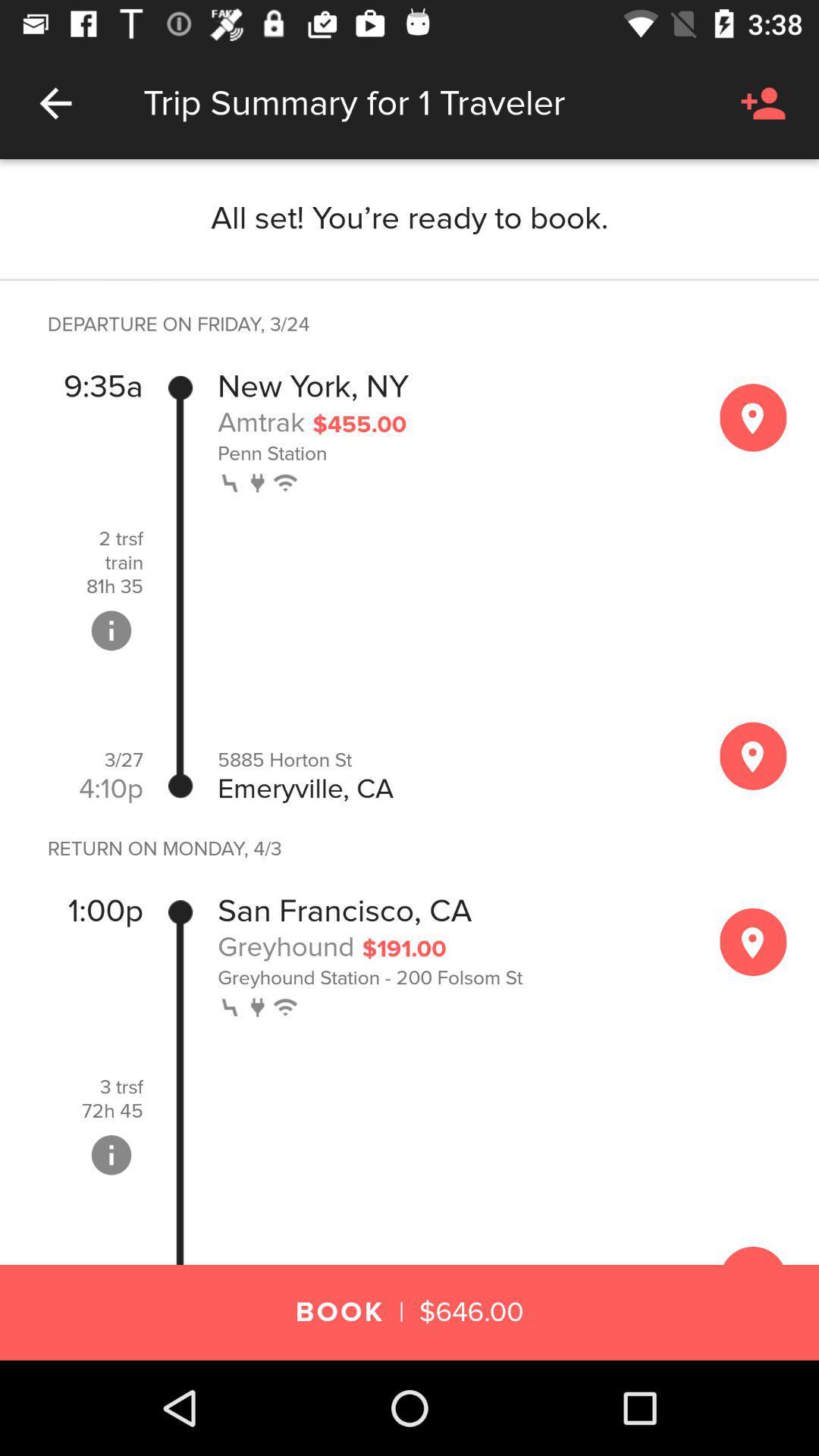  Describe the element at coordinates (452, 760) in the screenshot. I see `the 5885 horton st` at that location.